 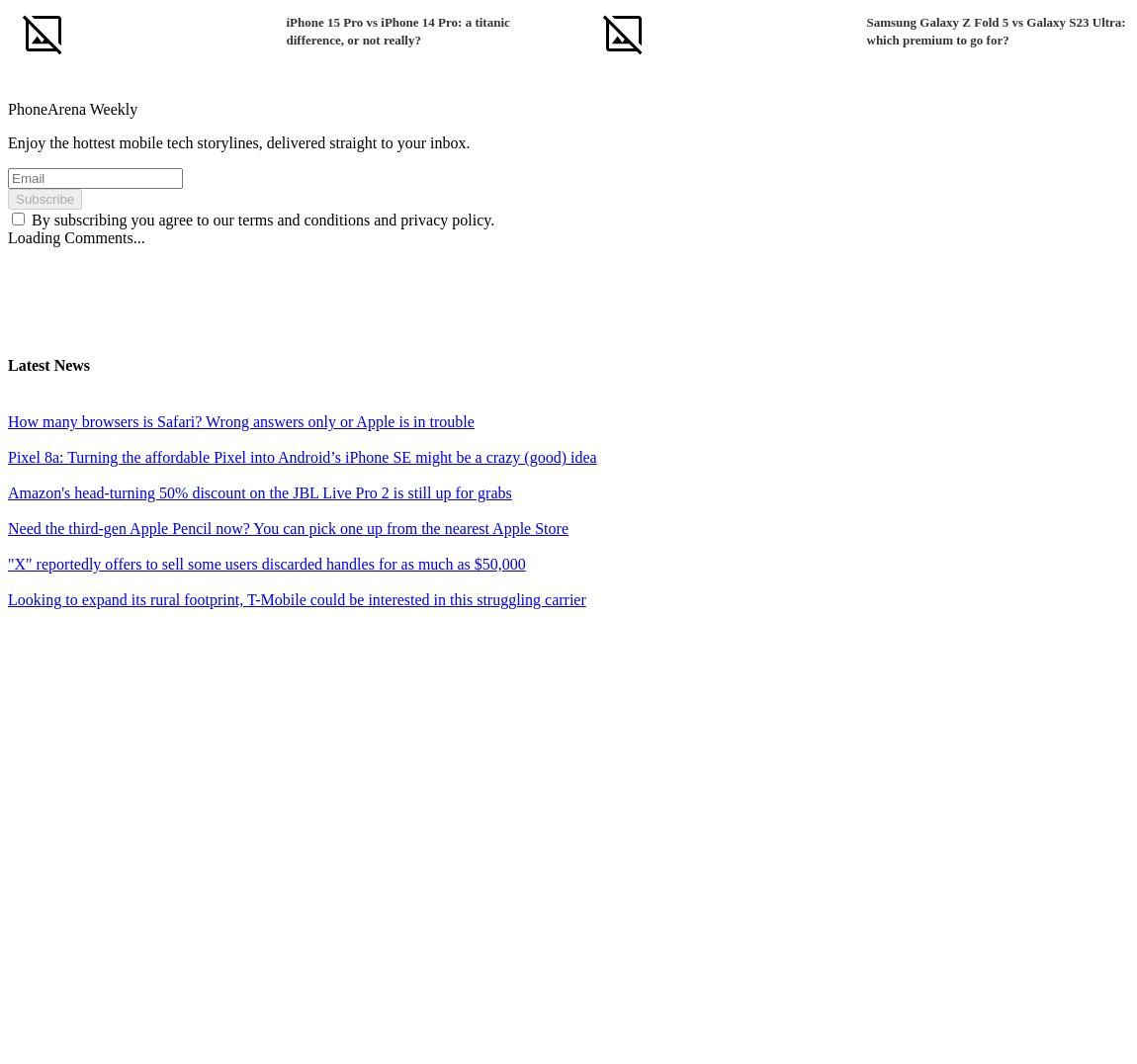 I want to click on 'Latest News', so click(x=47, y=363).